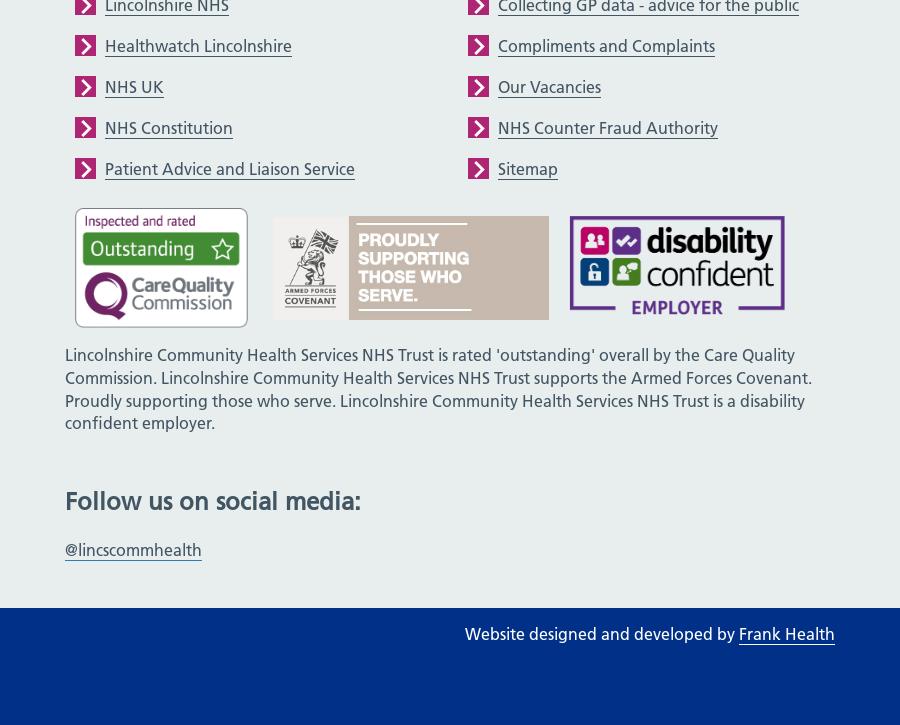 This screenshot has width=900, height=725. I want to click on 'NHS UK', so click(104, 85).